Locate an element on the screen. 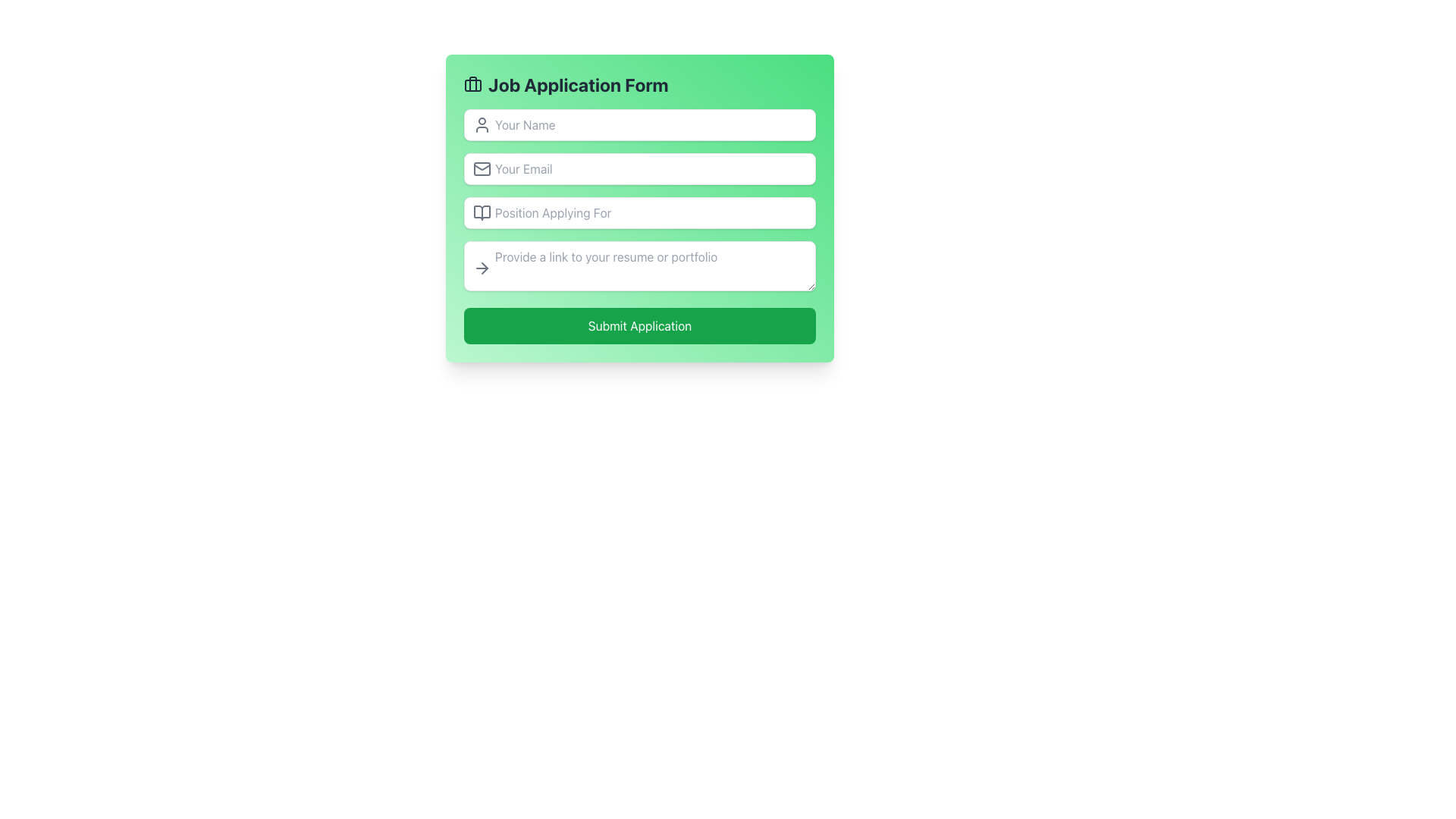 This screenshot has height=819, width=1456. the vertical handle bar of the briefcase icon located above the 'Job Application Form' text is located at coordinates (472, 84).